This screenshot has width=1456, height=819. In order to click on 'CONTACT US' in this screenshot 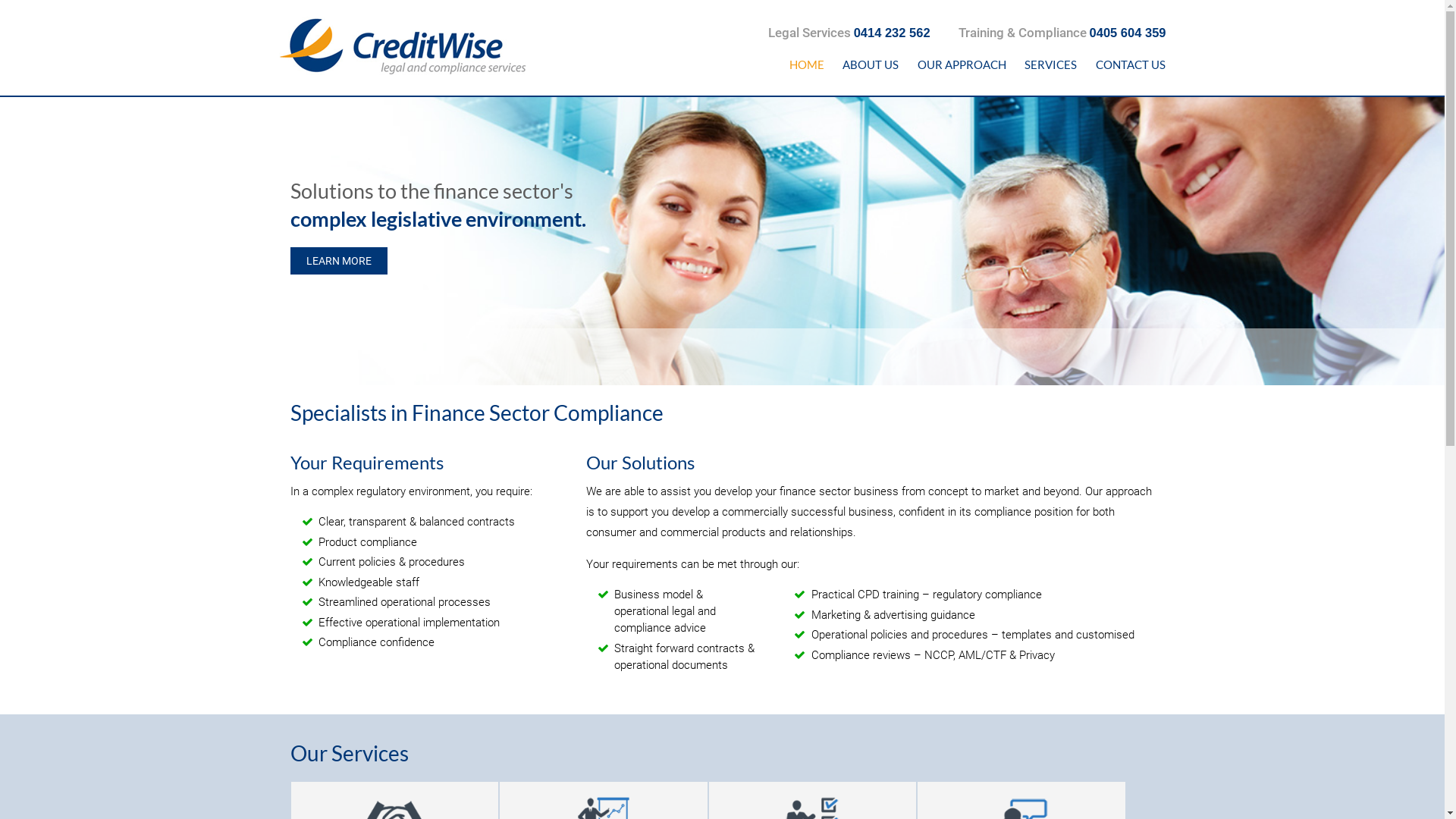, I will do `click(1084, 64)`.